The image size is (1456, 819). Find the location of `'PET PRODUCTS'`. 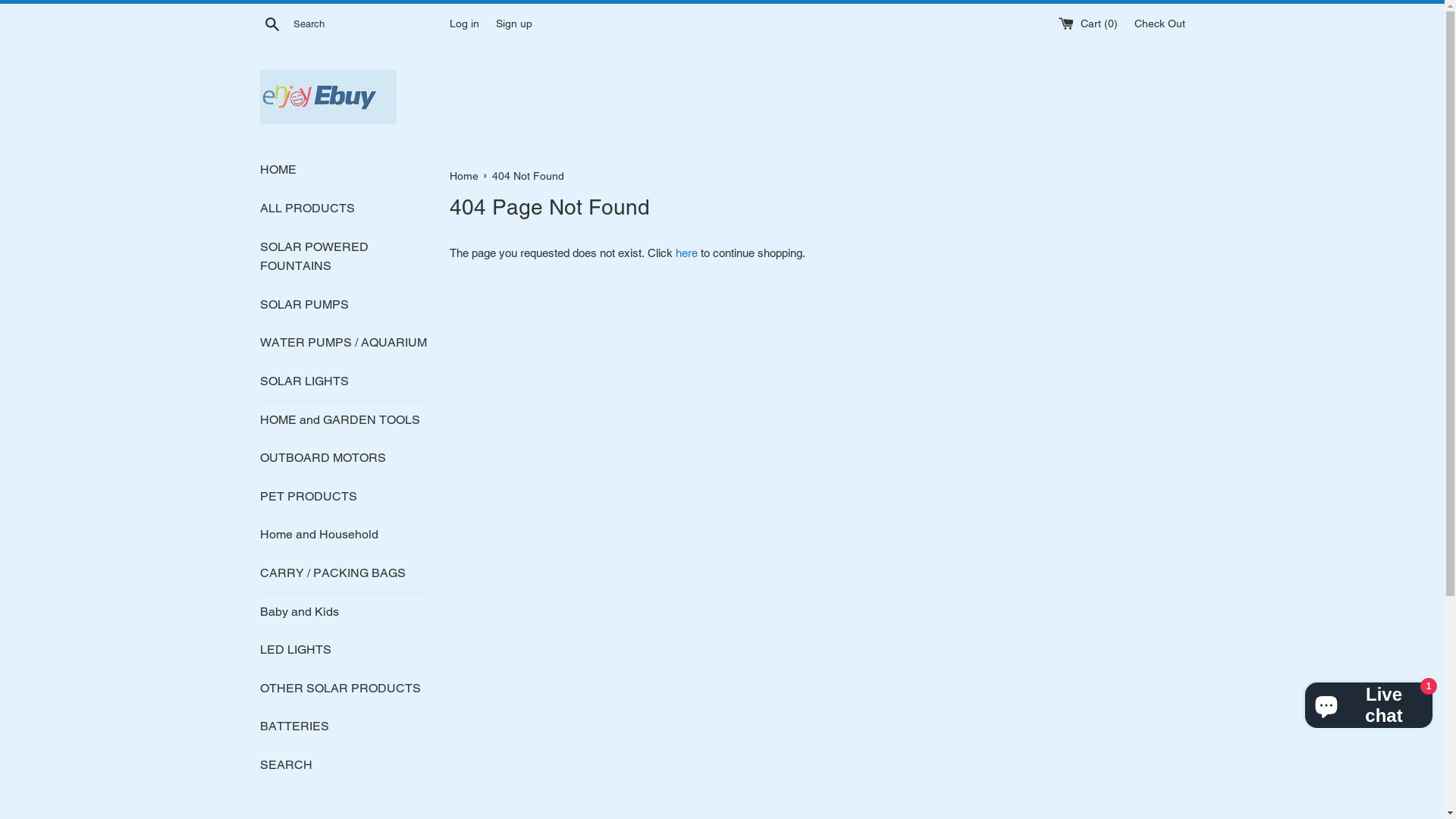

'PET PRODUCTS' is located at coordinates (341, 497).